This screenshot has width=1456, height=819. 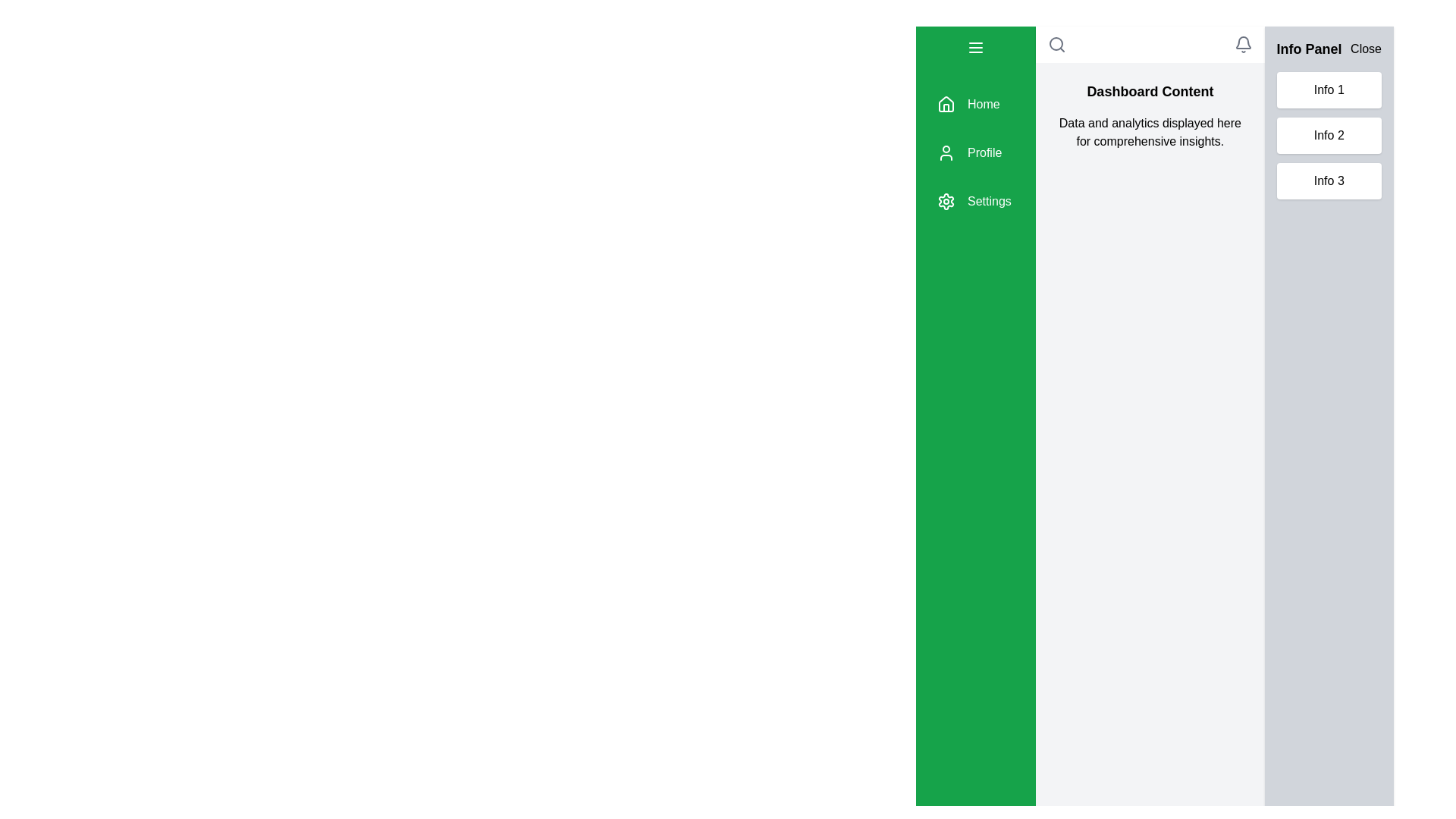 I want to click on the 'Profile' menu option in the sidebar, which is the second item located between 'Home' and 'Settings', so click(x=976, y=152).